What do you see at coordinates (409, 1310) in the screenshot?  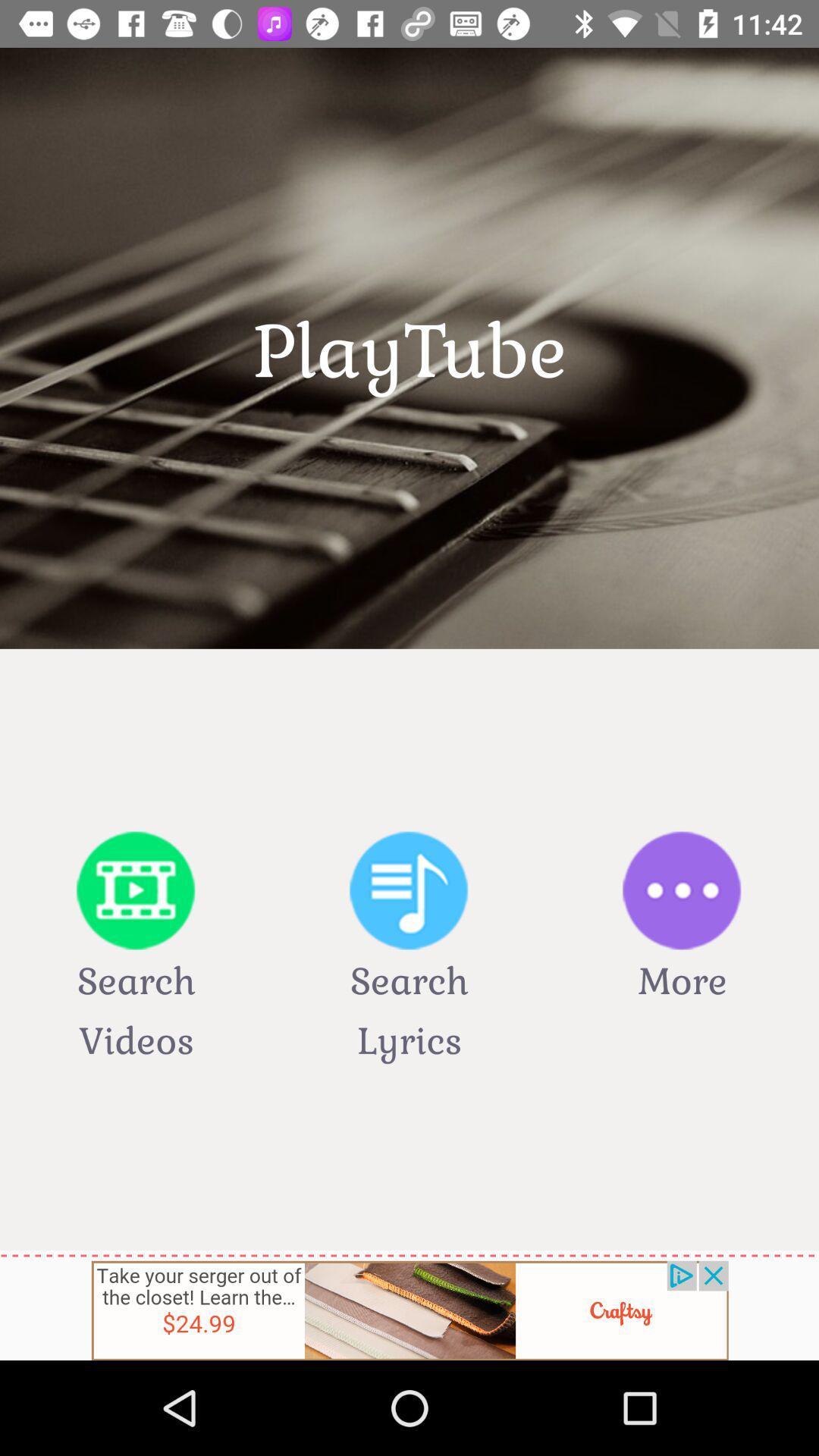 I see `advertisement` at bounding box center [409, 1310].